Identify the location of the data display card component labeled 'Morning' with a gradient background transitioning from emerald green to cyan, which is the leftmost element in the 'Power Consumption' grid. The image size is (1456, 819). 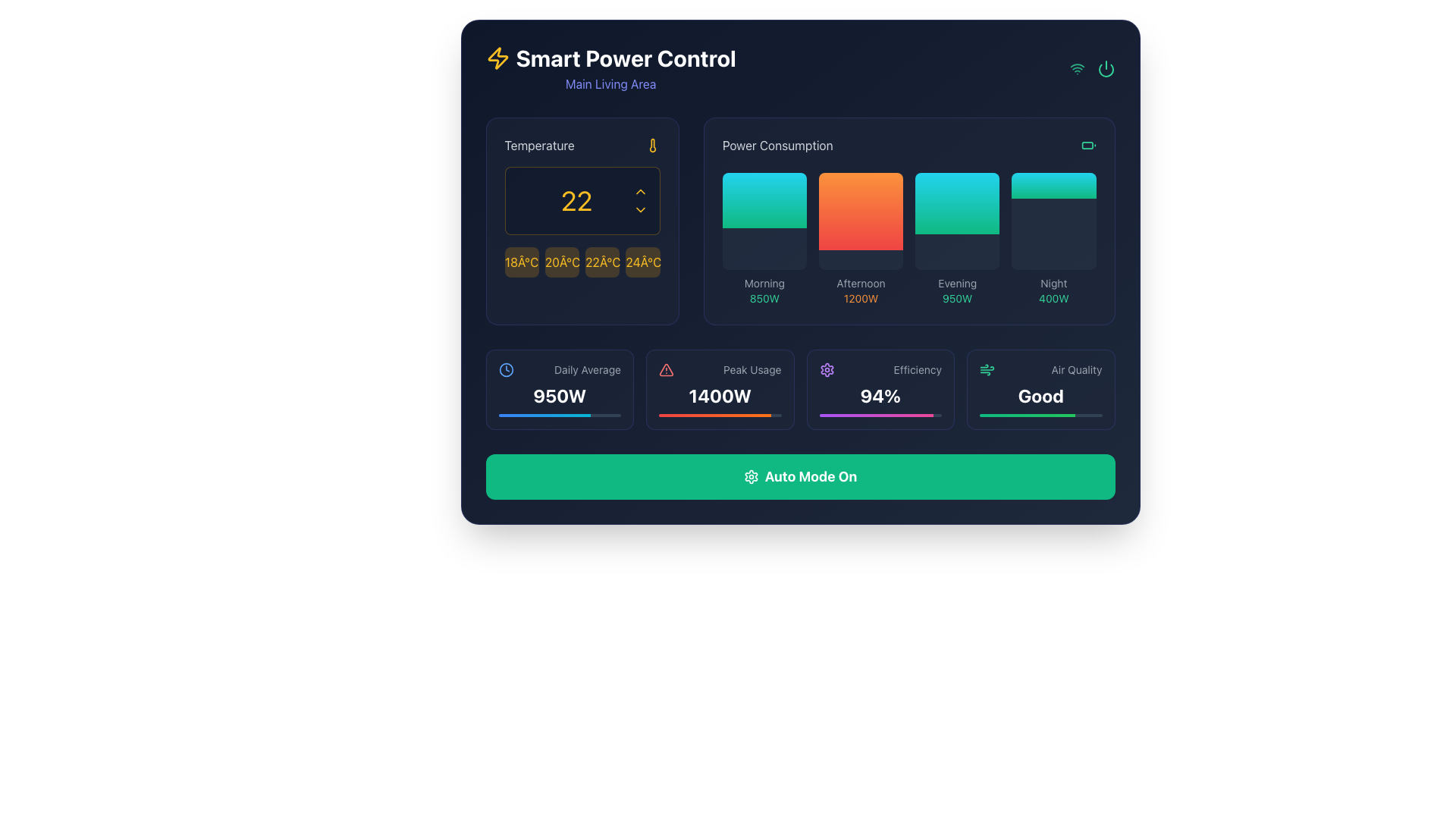
(764, 239).